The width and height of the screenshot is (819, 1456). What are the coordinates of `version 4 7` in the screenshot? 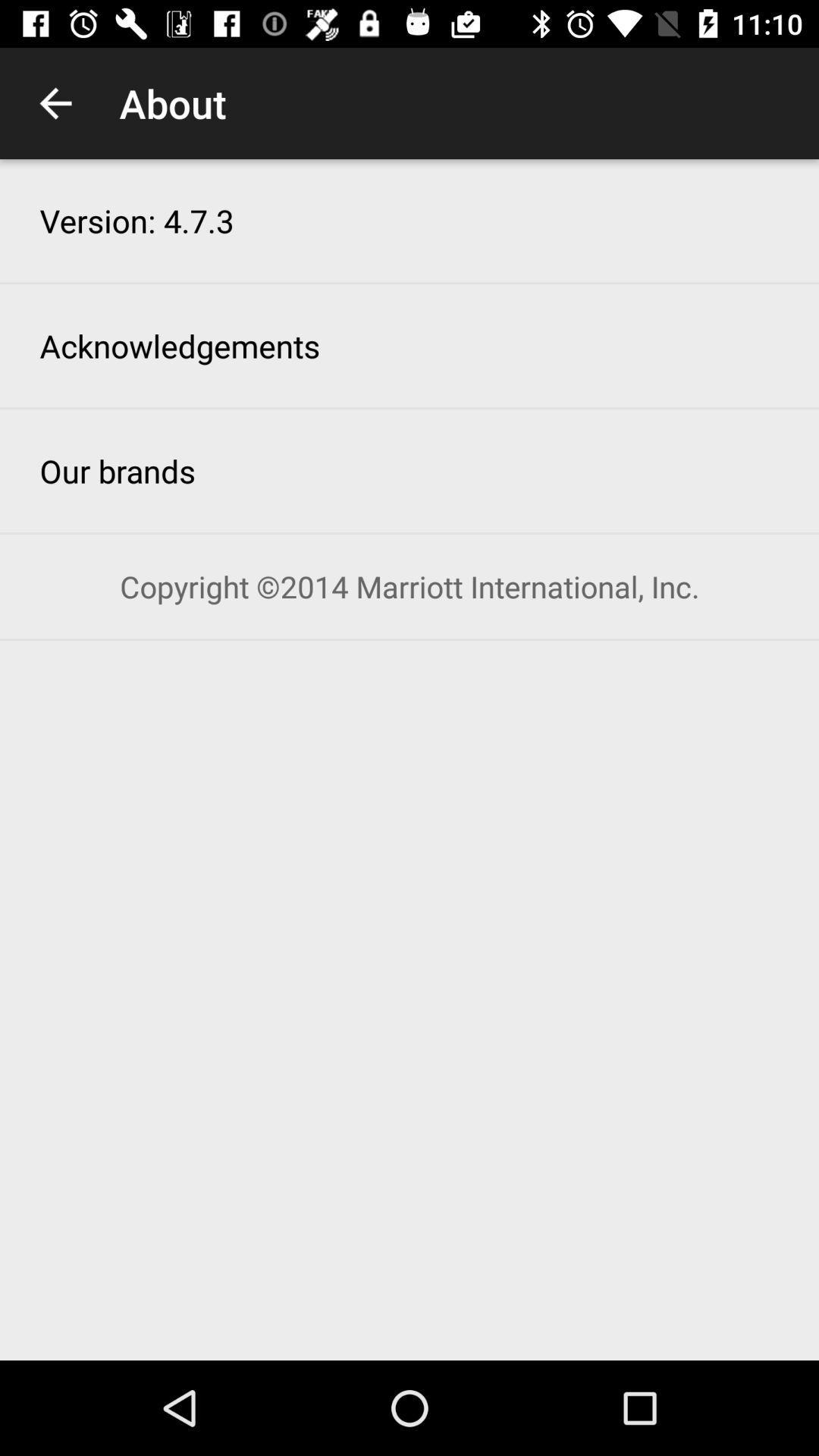 It's located at (136, 220).